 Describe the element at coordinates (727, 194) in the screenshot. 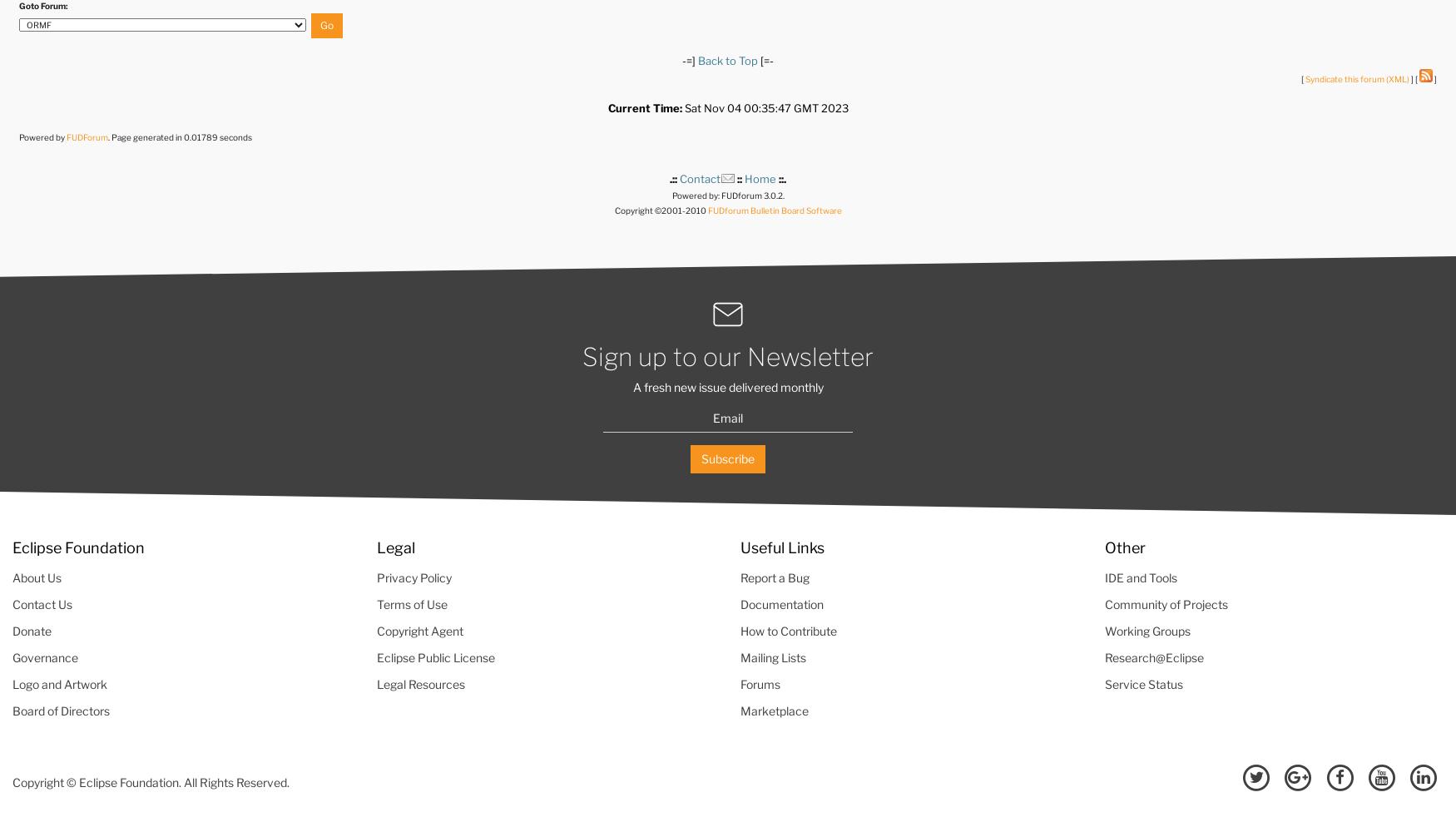

I see `'Powered by: FUDforum 3.0.2.'` at that location.